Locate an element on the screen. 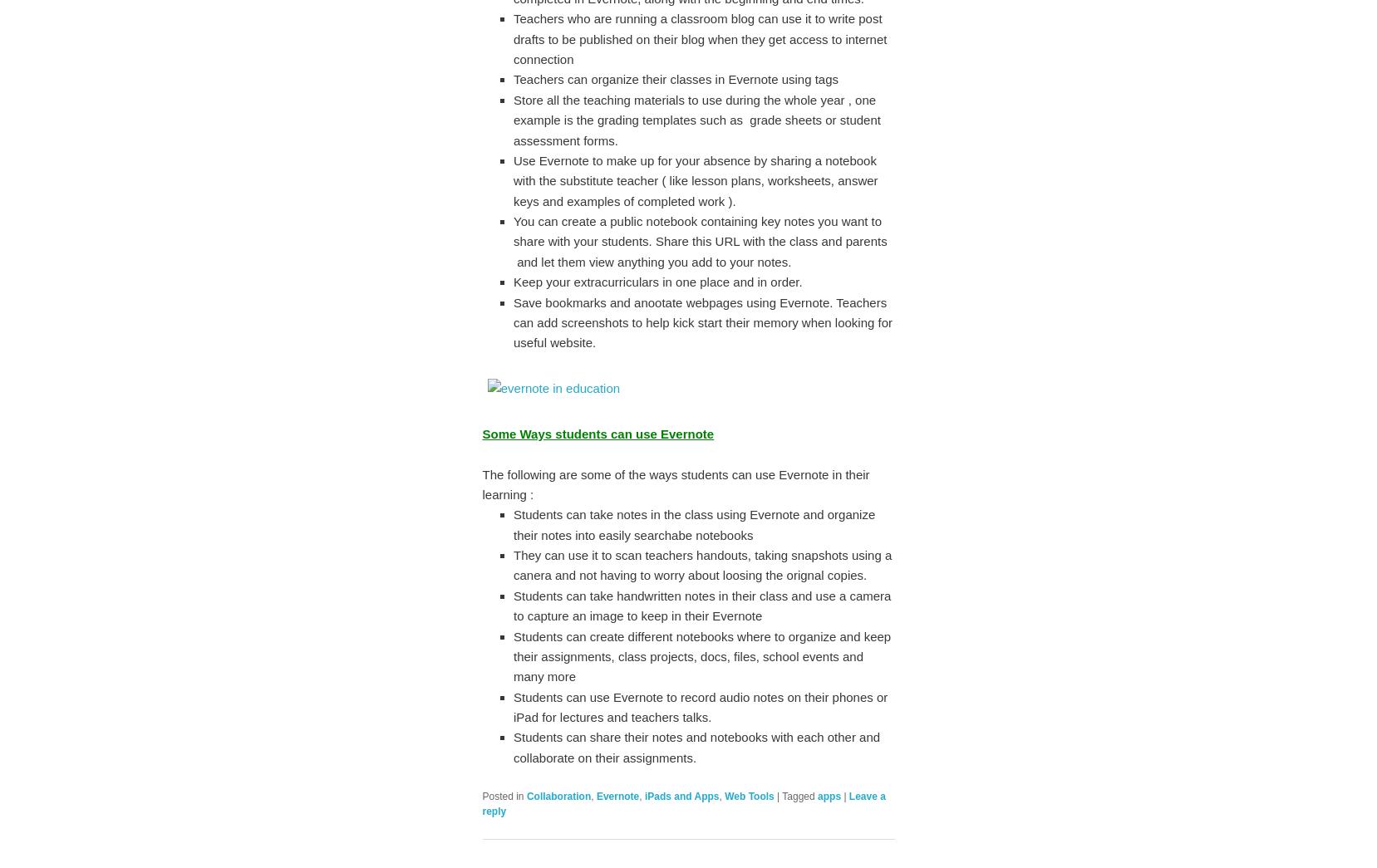 Image resolution: width=1377 pixels, height=868 pixels. 'Collaboration' is located at coordinates (558, 794).